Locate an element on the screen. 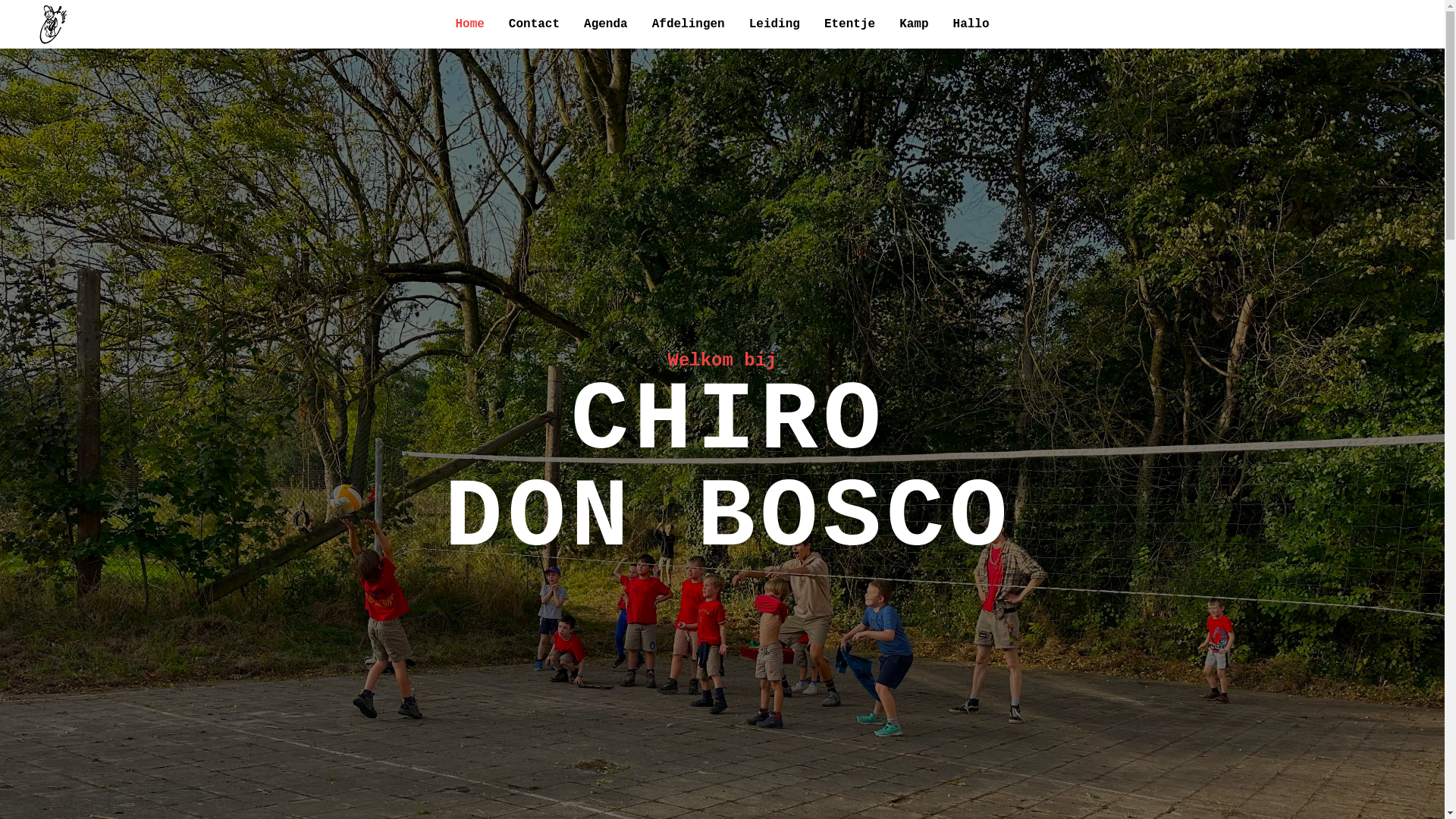 Image resolution: width=1456 pixels, height=819 pixels. 'Leiding' is located at coordinates (774, 24).